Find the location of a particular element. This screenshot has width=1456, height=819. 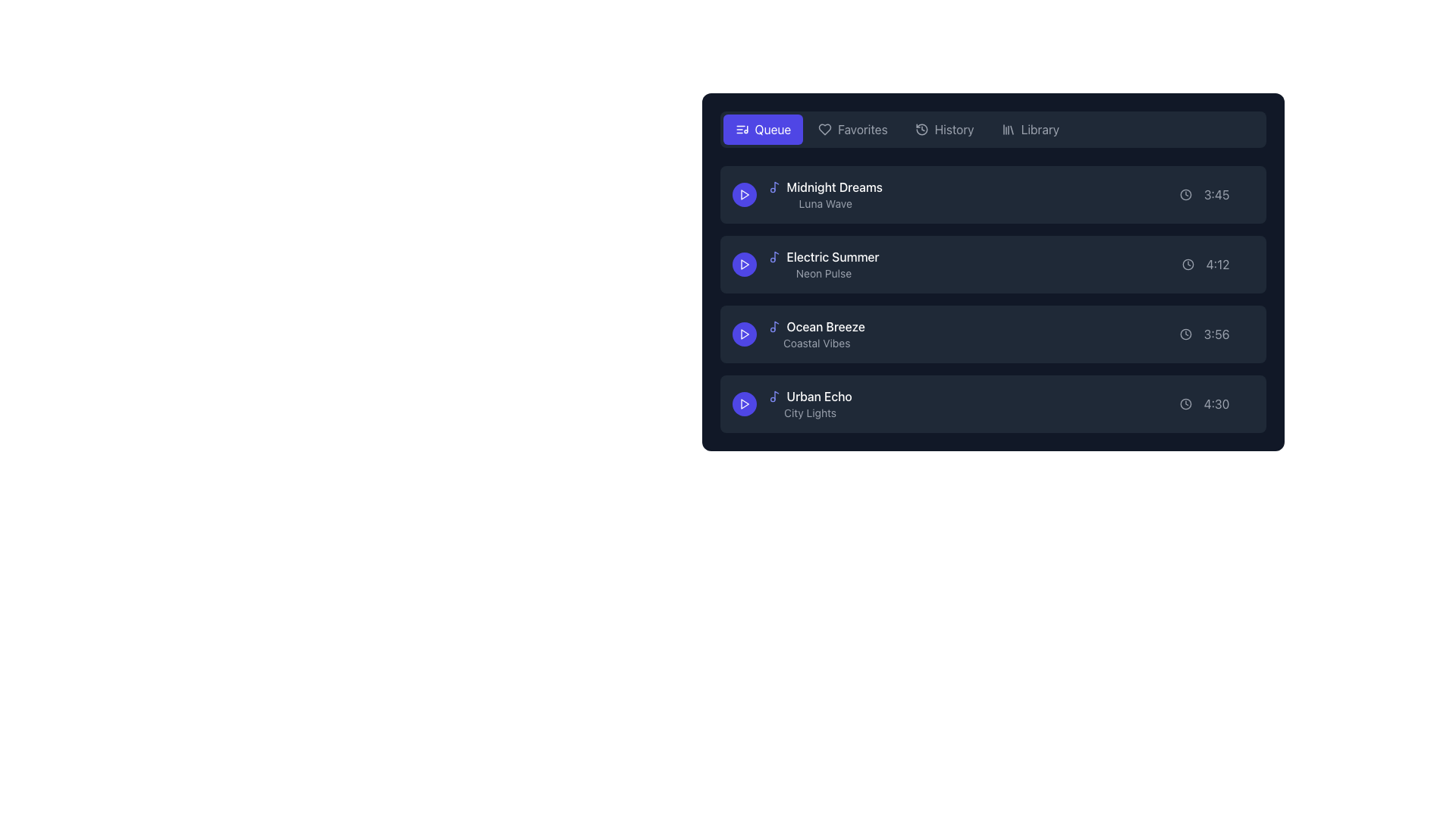

the 'Library' button with icon and label located in the horizontal menu bar is located at coordinates (1030, 128).